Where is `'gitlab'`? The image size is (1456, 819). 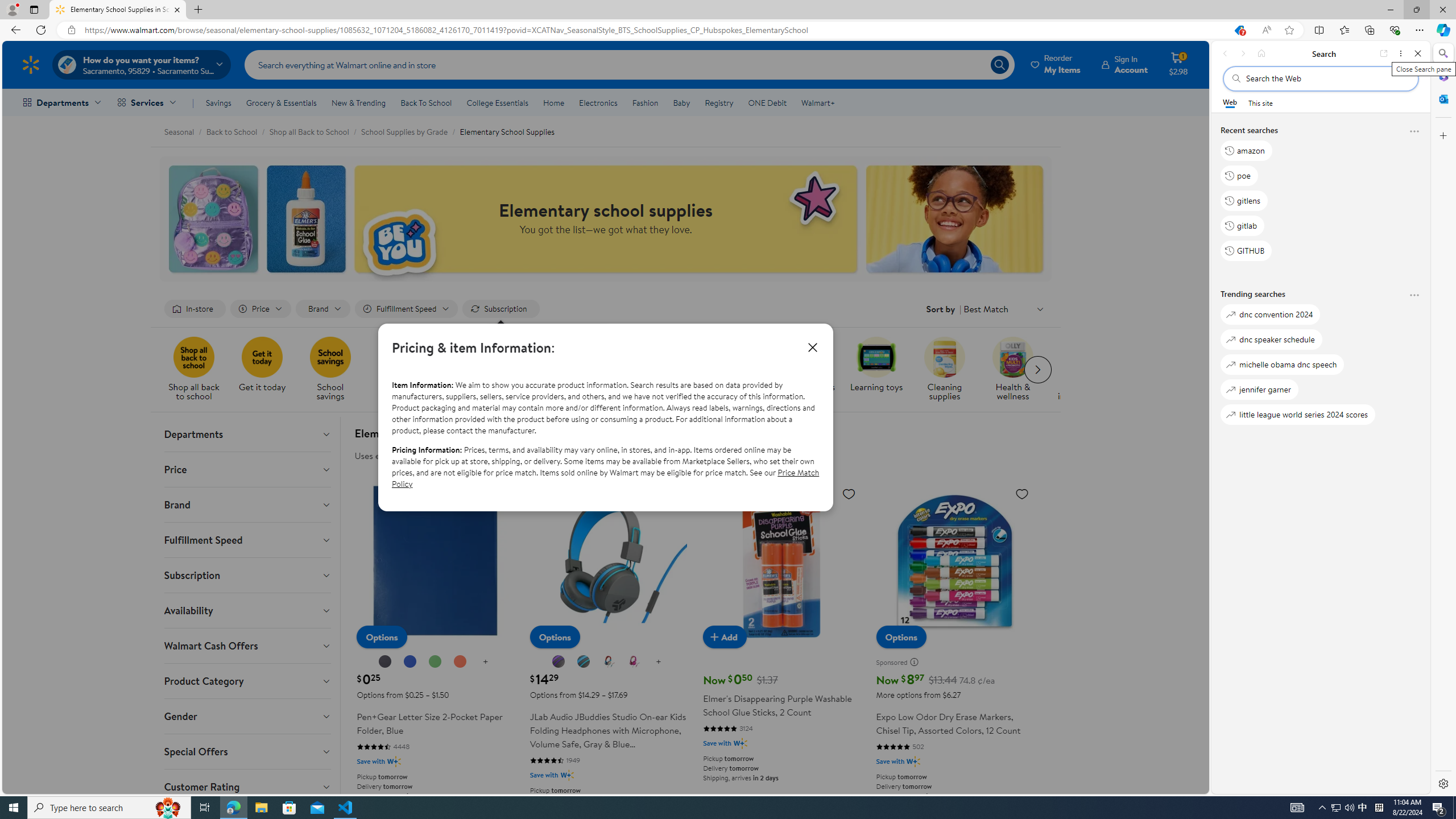
'gitlab' is located at coordinates (1242, 225).